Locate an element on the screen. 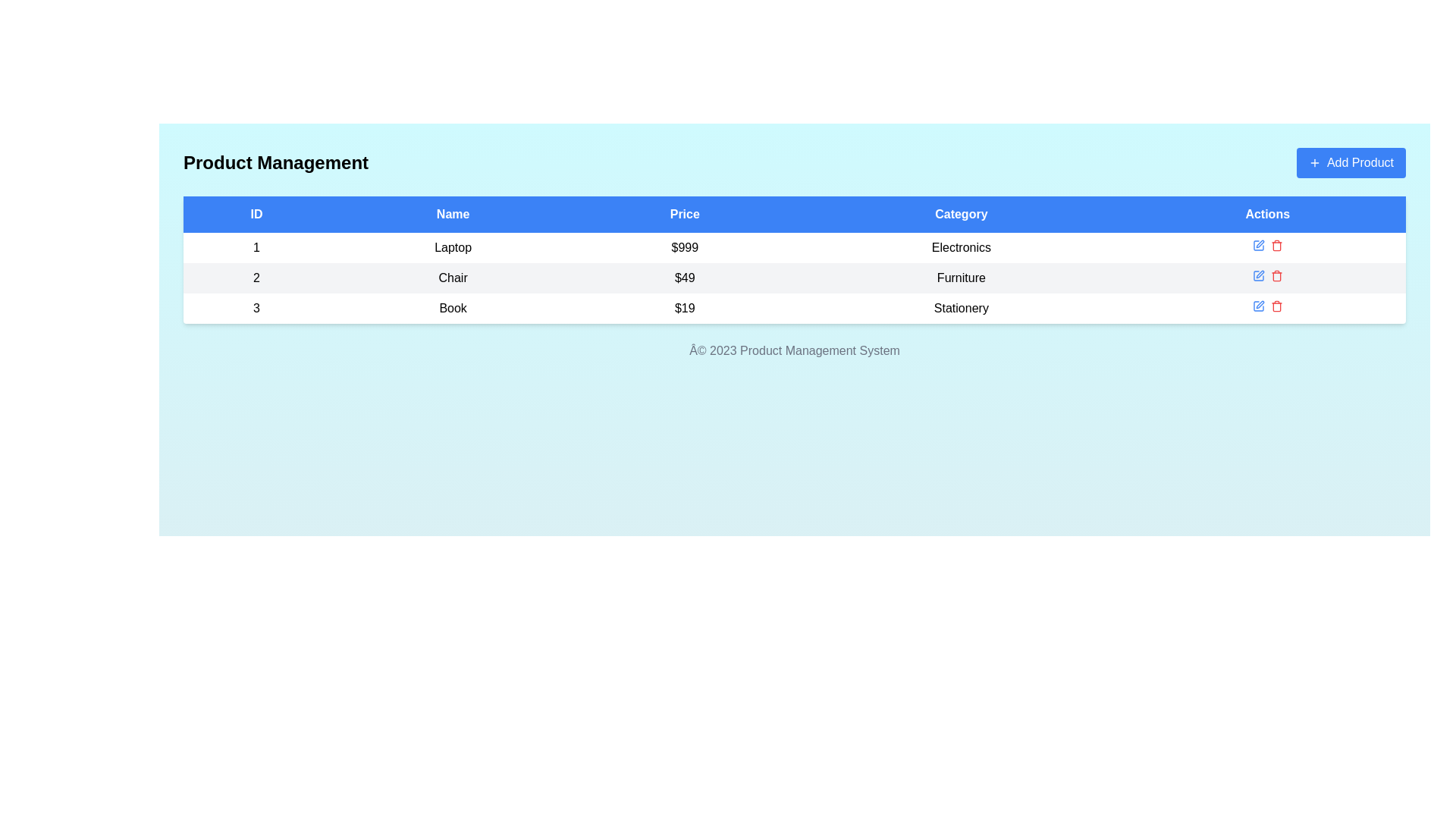 The width and height of the screenshot is (1456, 819). the 'Edit' icon located is located at coordinates (1258, 306).